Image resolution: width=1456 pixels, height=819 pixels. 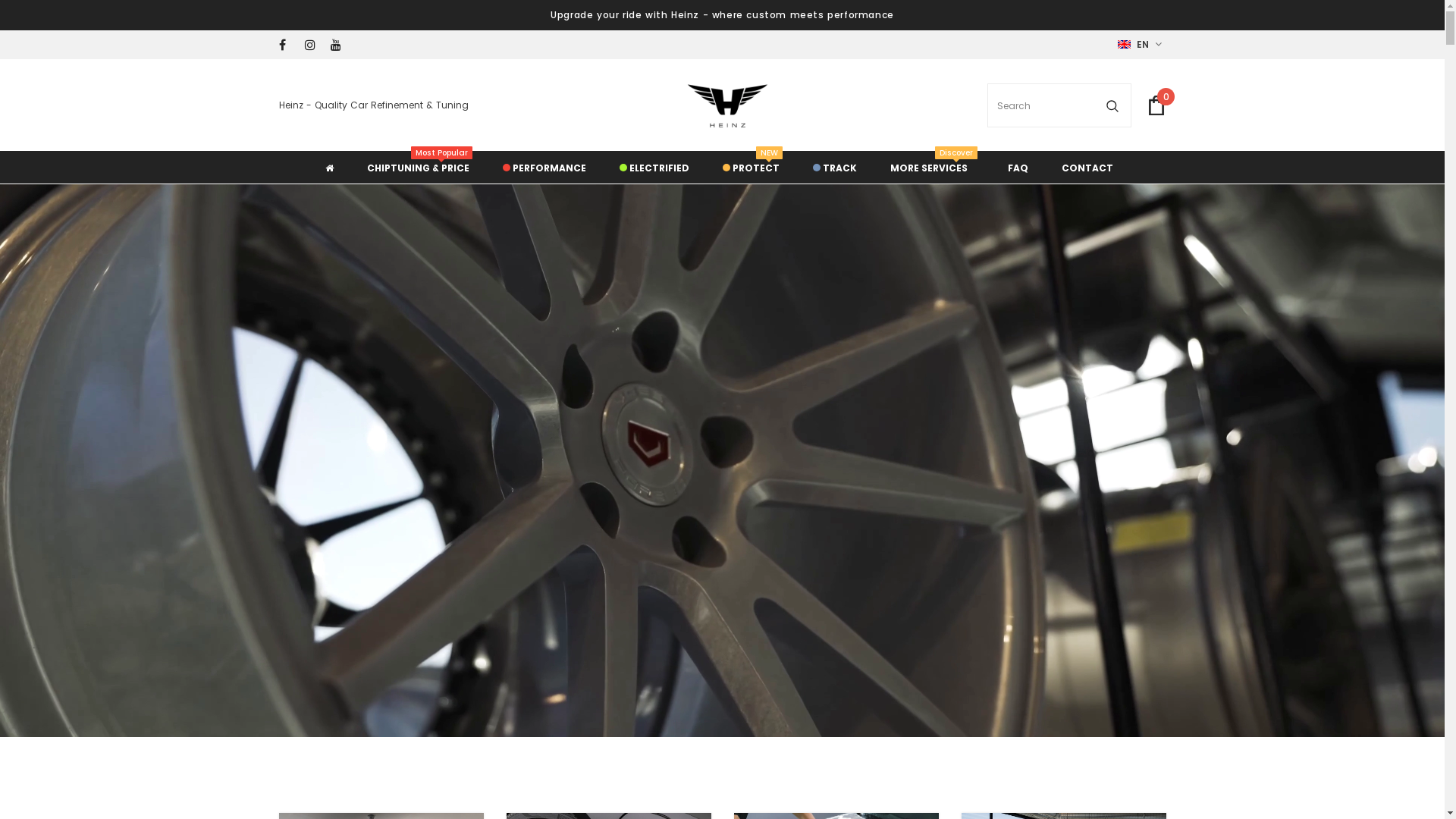 What do you see at coordinates (339, 44) in the screenshot?
I see `'YouTube'` at bounding box center [339, 44].